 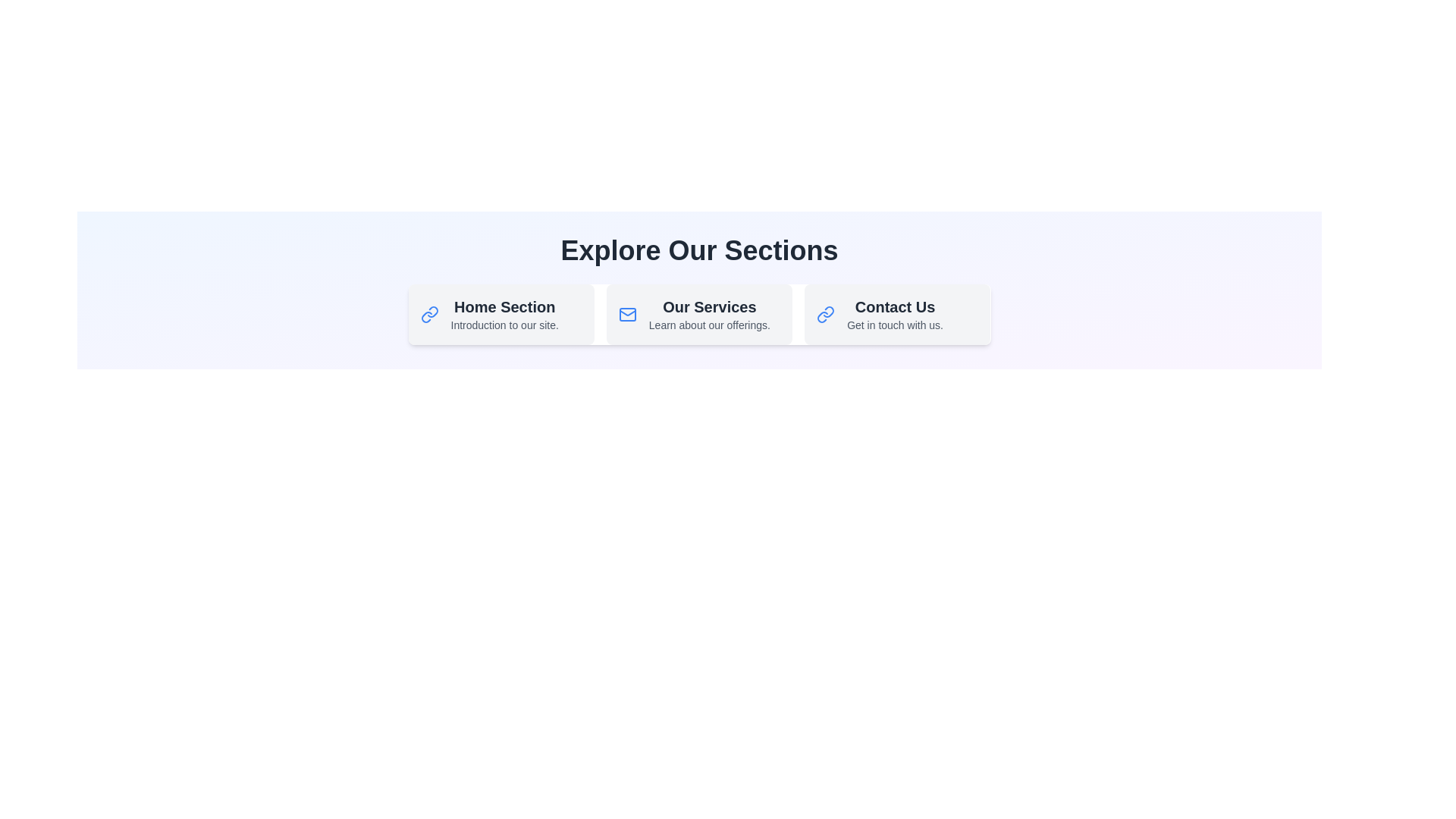 What do you see at coordinates (504, 307) in the screenshot?
I see `the 'Home Section' heading text` at bounding box center [504, 307].